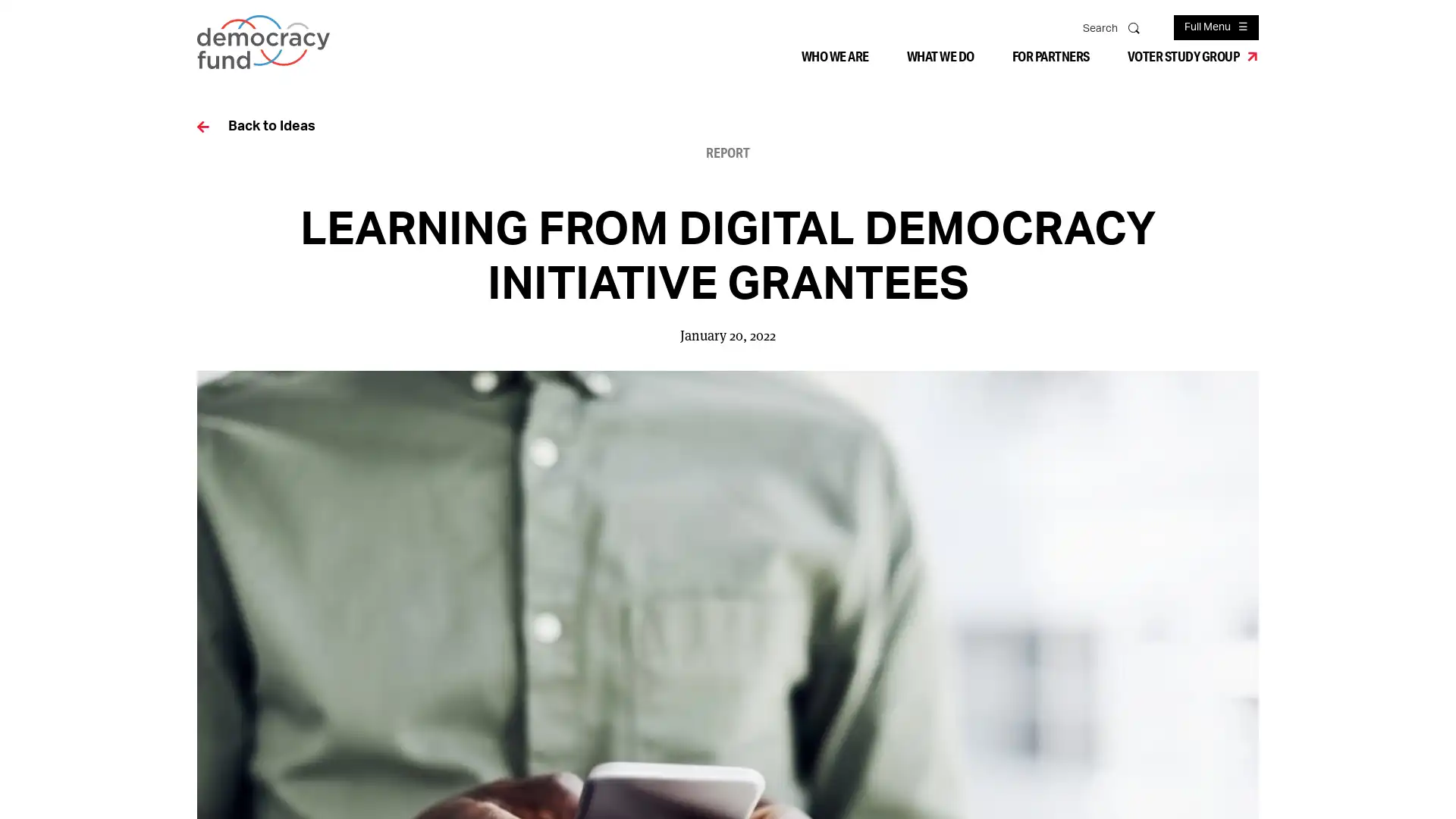 This screenshot has height=819, width=1456. What do you see at coordinates (1135, 27) in the screenshot?
I see `Search` at bounding box center [1135, 27].